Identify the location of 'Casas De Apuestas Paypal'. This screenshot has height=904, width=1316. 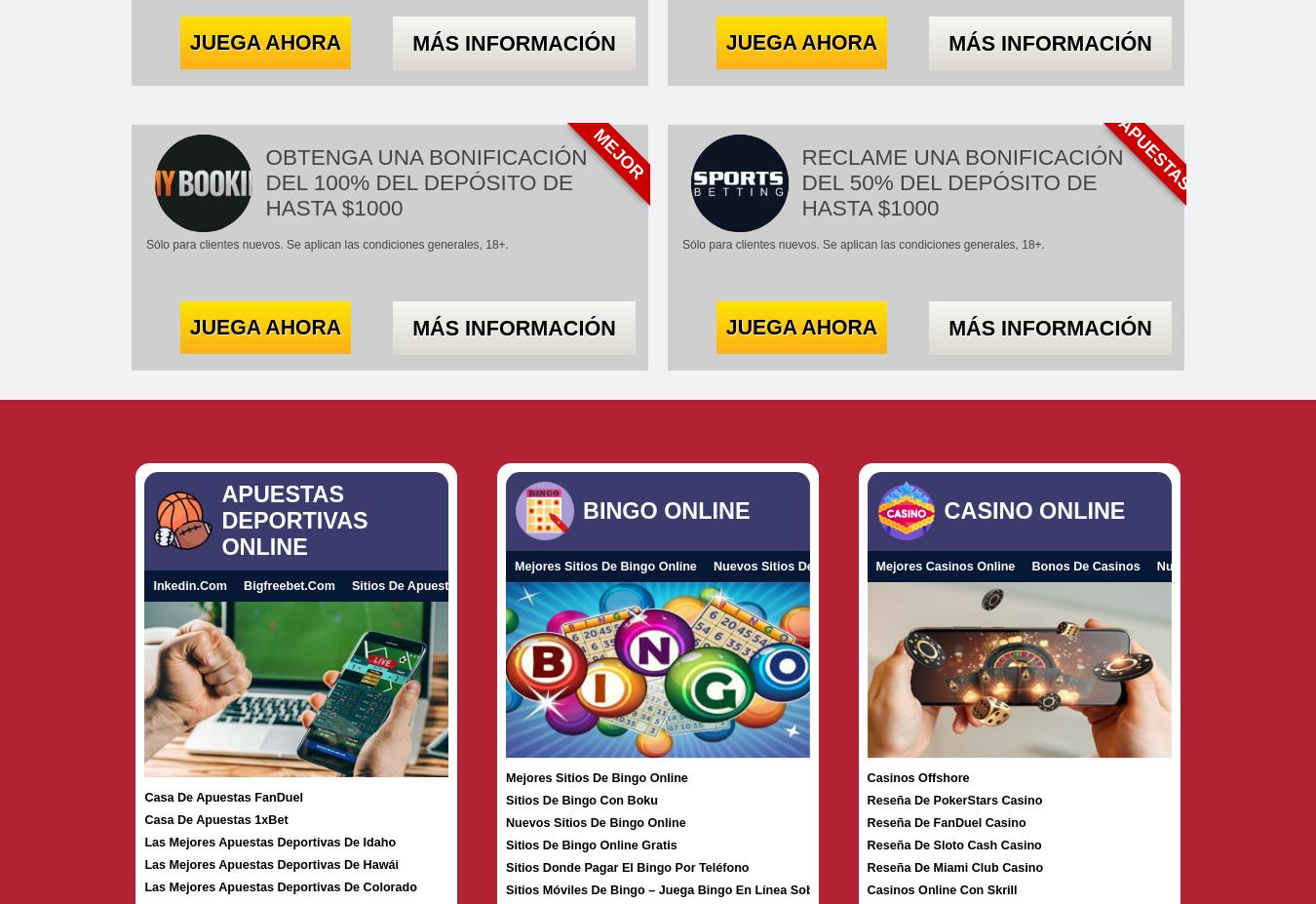
(855, 584).